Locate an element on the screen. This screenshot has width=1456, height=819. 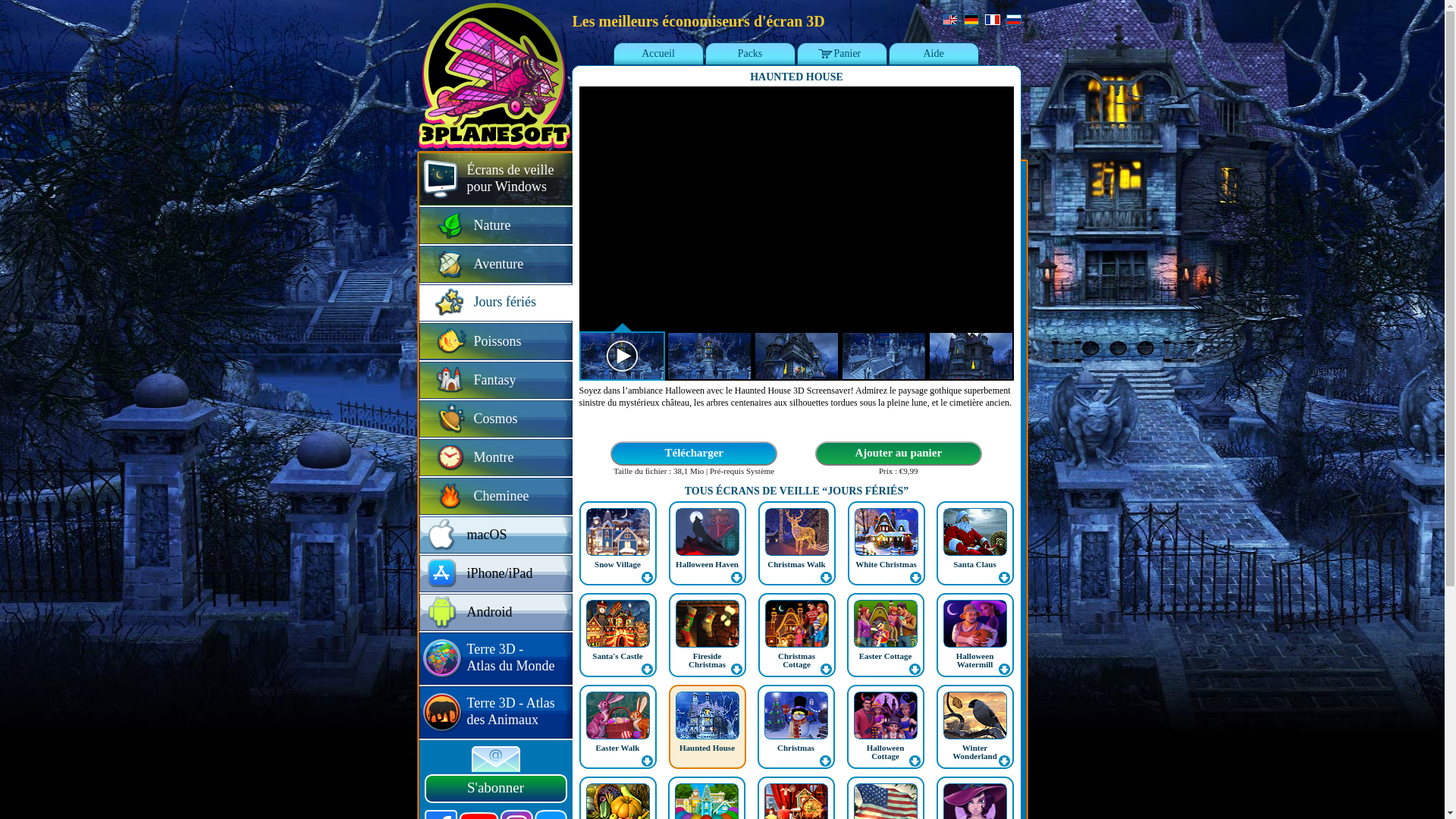
'Santa Claus' is located at coordinates (974, 564).